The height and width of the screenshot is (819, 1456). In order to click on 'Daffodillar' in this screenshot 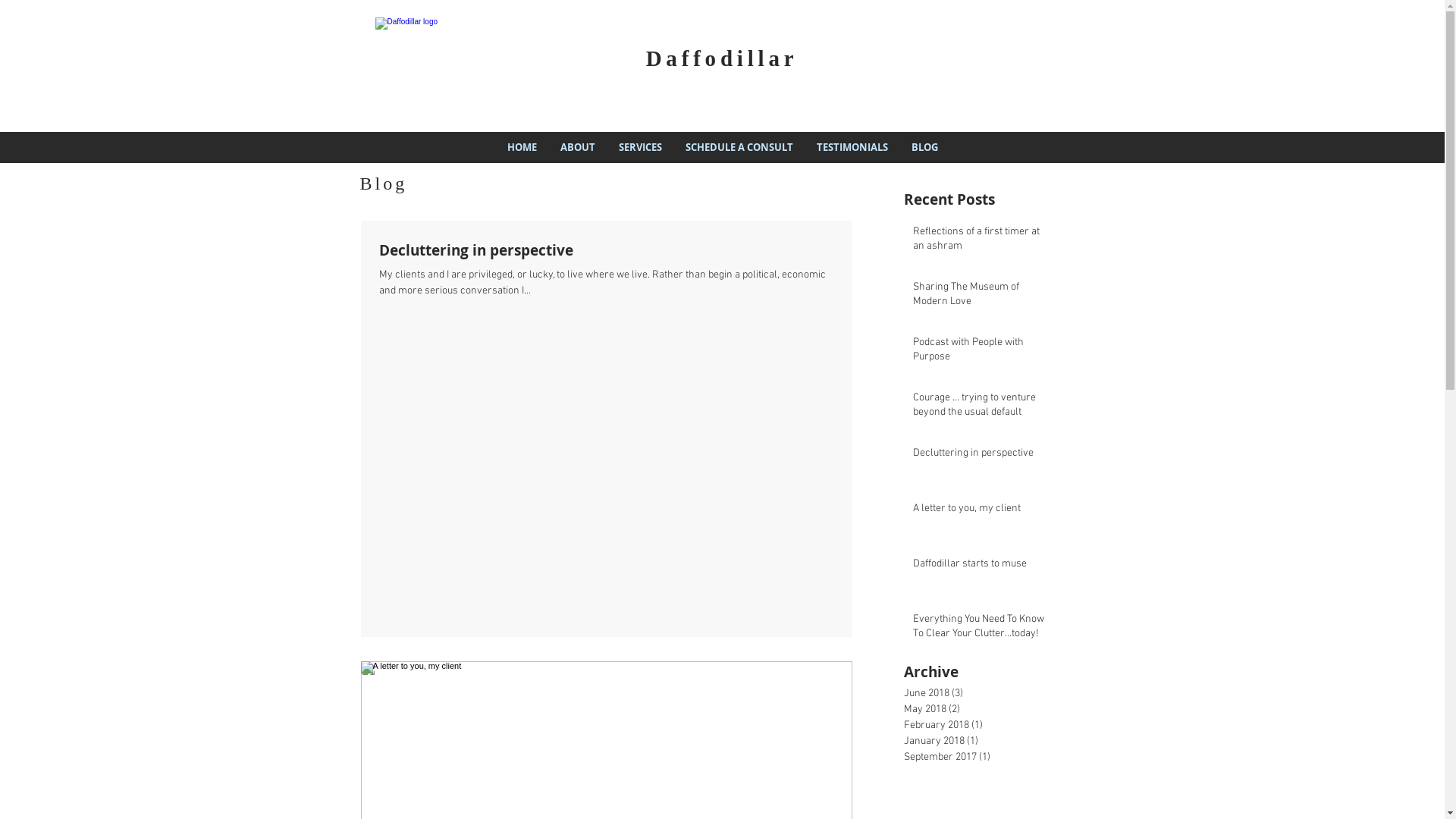, I will do `click(721, 57)`.